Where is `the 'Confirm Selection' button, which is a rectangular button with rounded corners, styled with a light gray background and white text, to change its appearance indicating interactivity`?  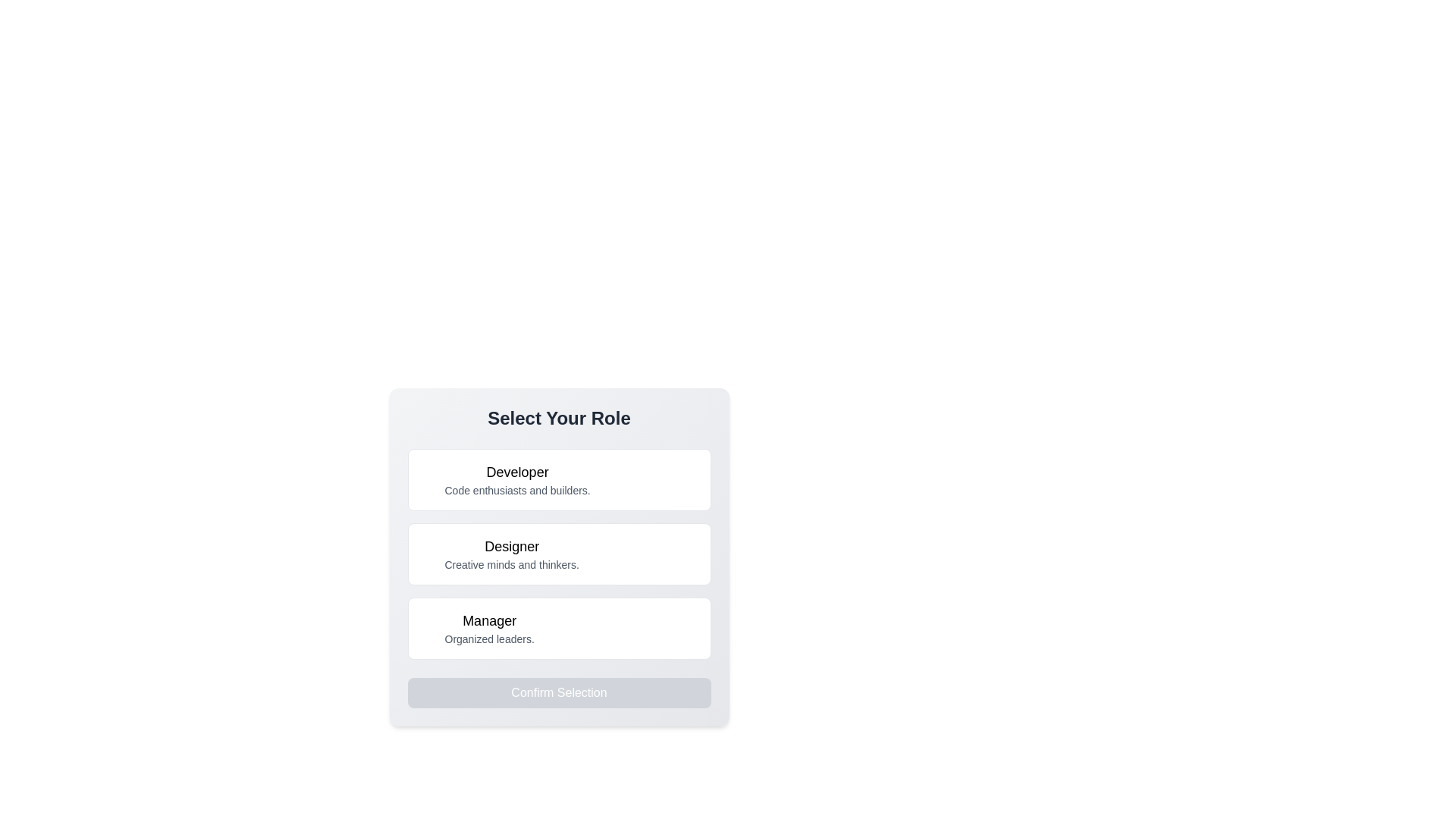
the 'Confirm Selection' button, which is a rectangular button with rounded corners, styled with a light gray background and white text, to change its appearance indicating interactivity is located at coordinates (558, 693).